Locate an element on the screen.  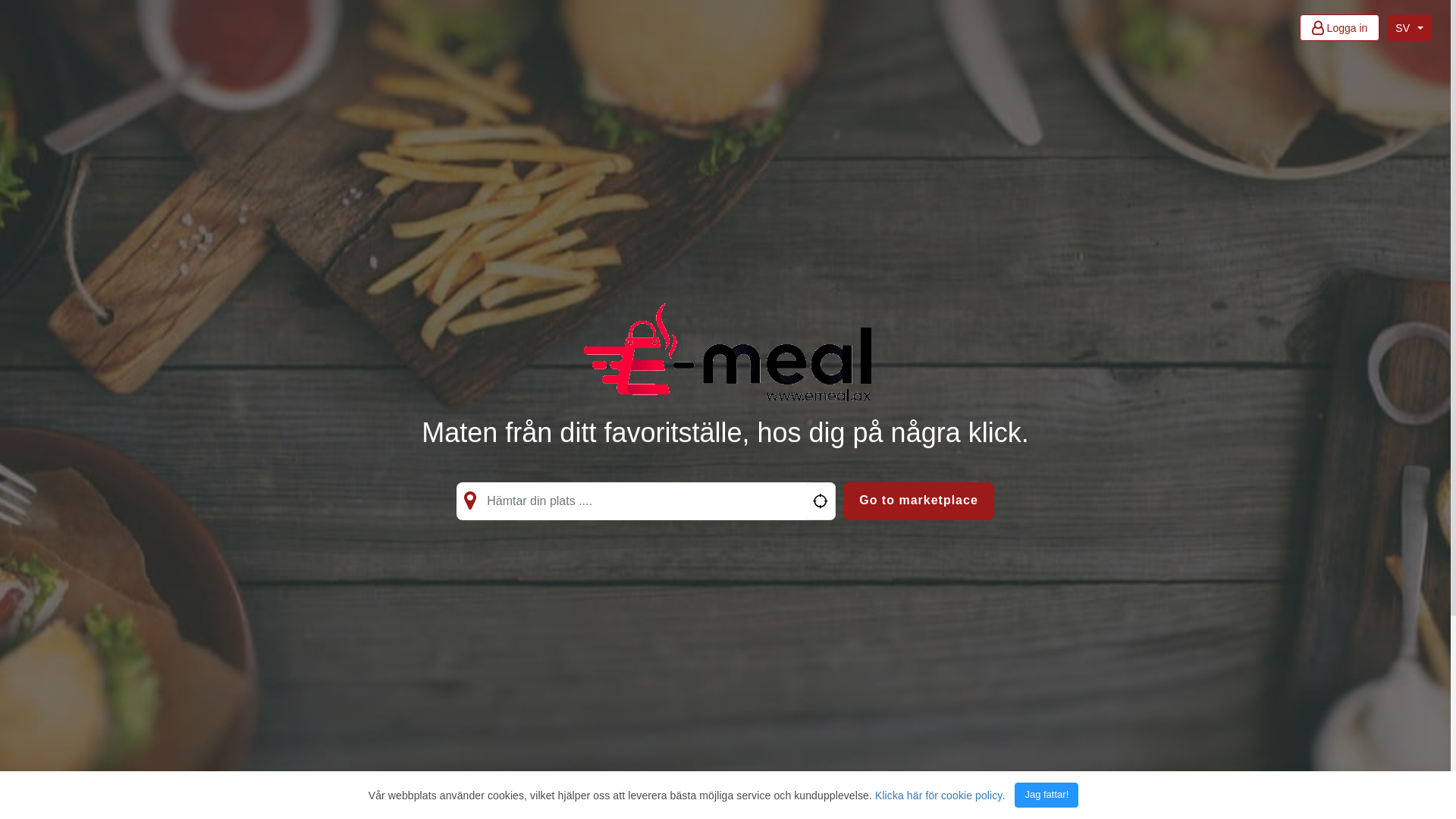
'Jag fattar!' is located at coordinates (1015, 794).